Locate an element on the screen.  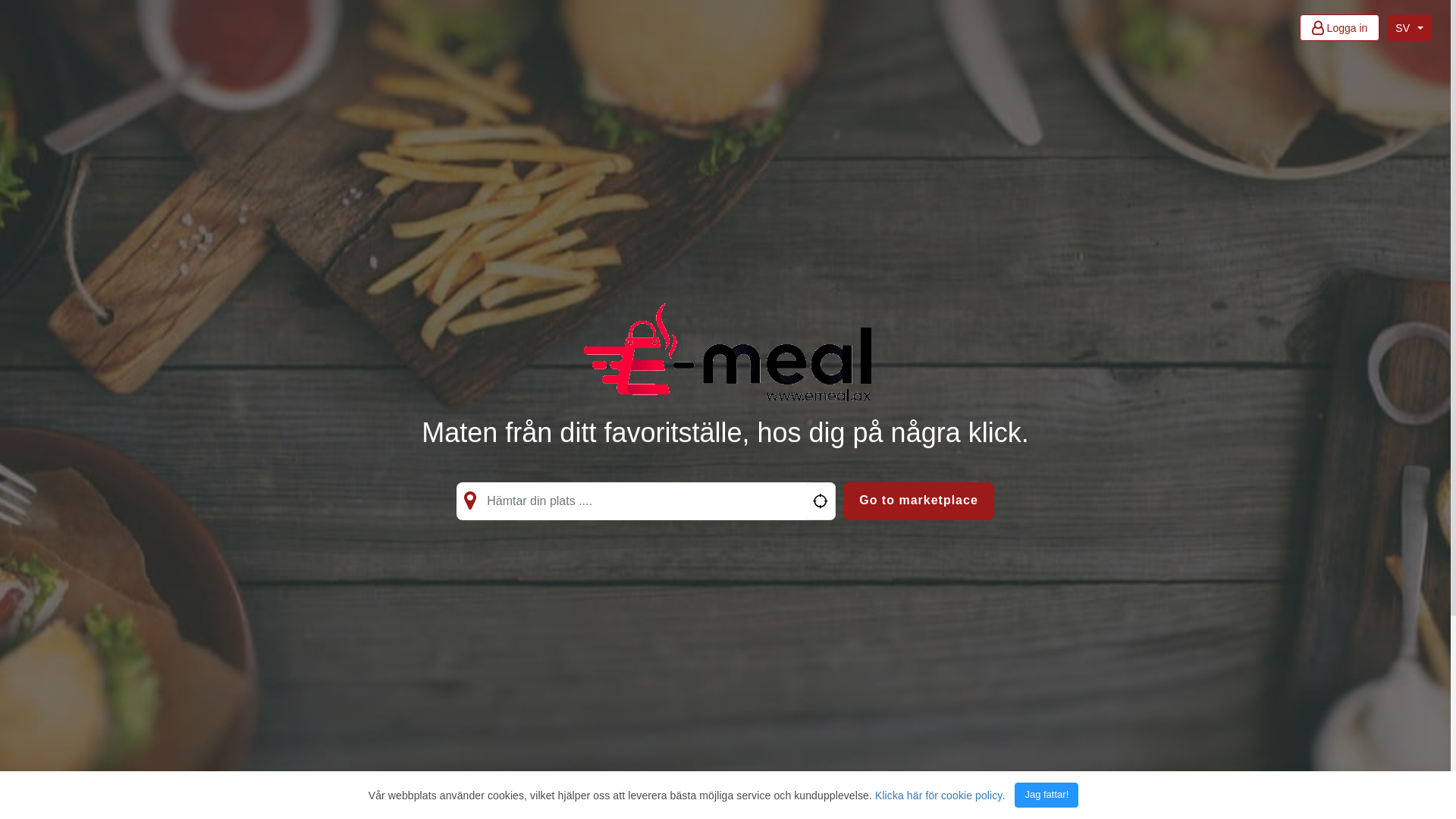
'Jag fattar!' is located at coordinates (1015, 794).